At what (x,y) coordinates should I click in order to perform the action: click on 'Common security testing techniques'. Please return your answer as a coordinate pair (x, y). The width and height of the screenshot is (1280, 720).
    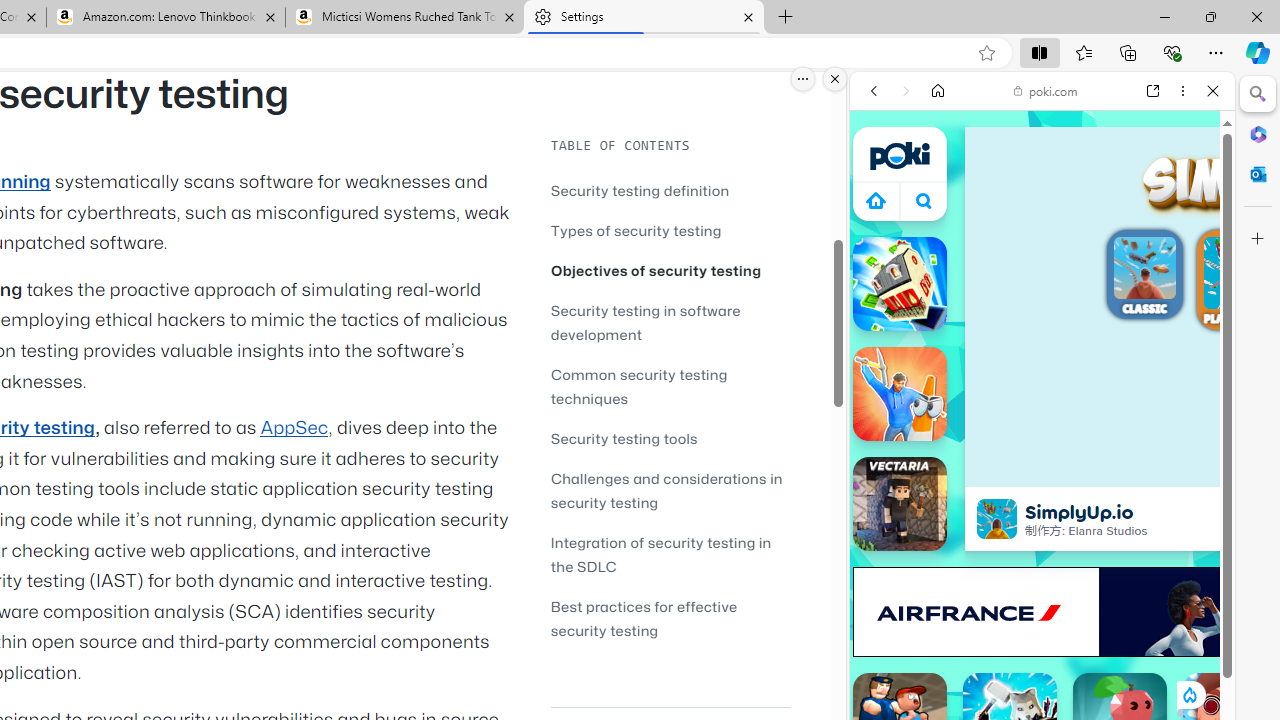
    Looking at the image, I should click on (670, 386).